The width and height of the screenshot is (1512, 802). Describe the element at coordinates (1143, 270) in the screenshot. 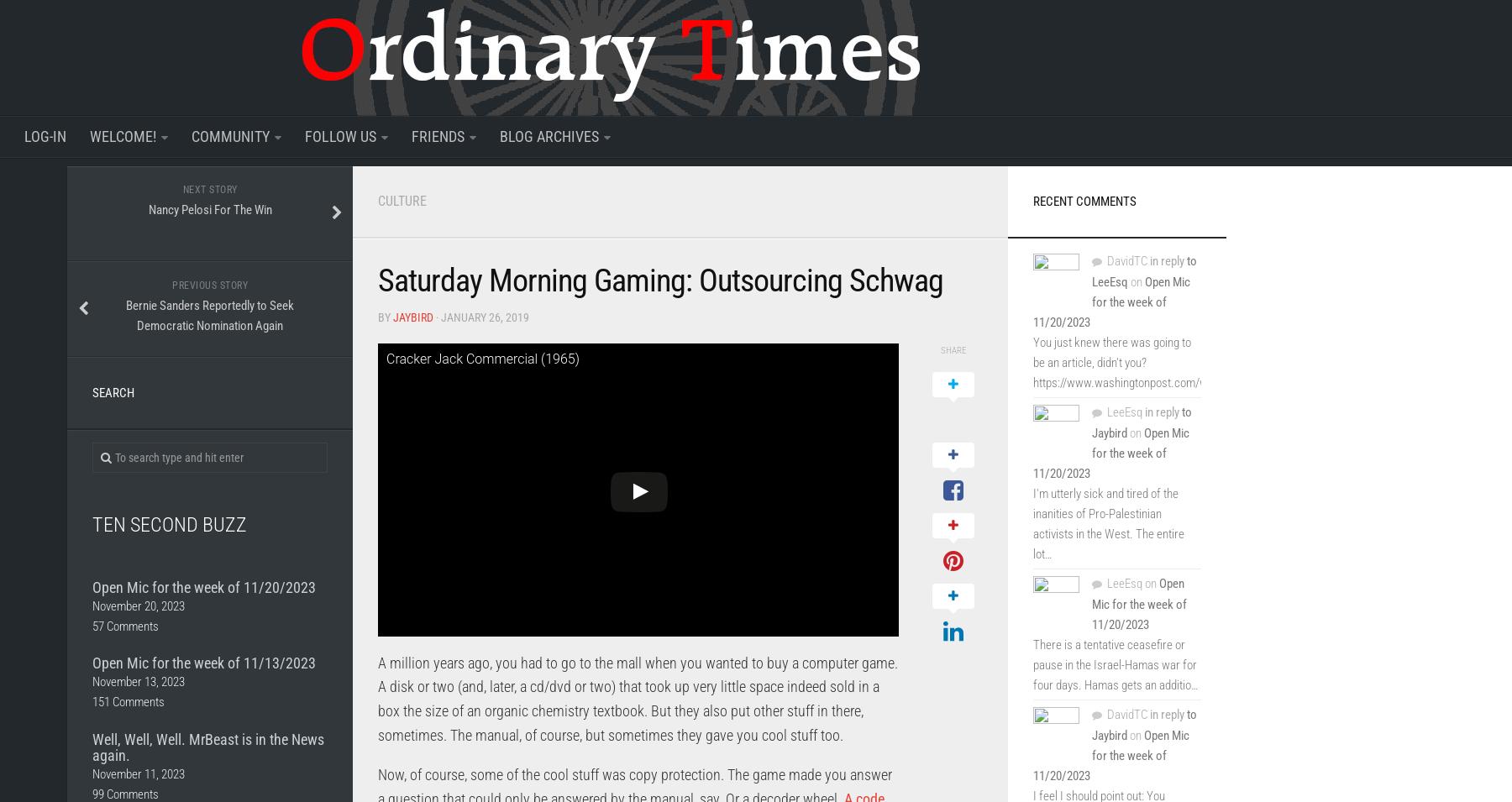

I see `'to LeeEsq'` at that location.